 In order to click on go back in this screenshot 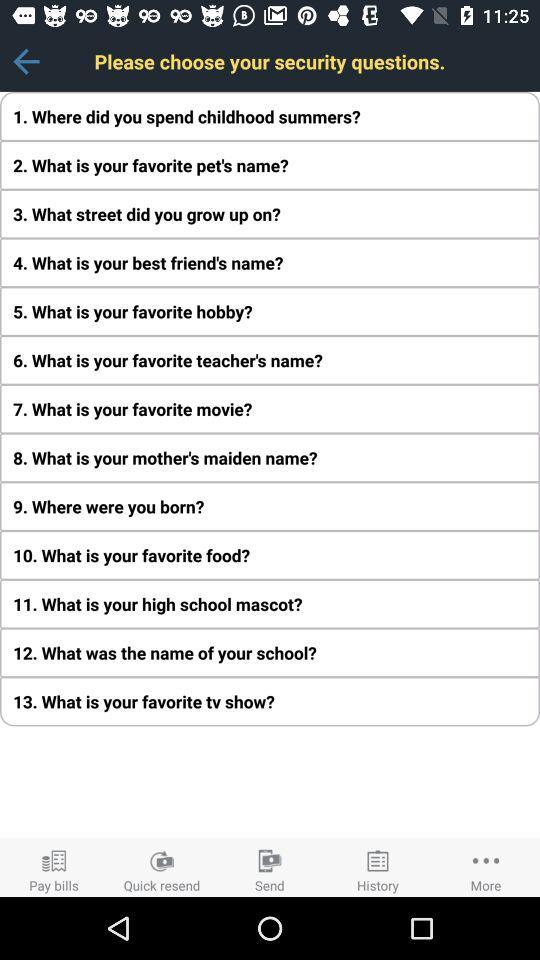, I will do `click(25, 61)`.